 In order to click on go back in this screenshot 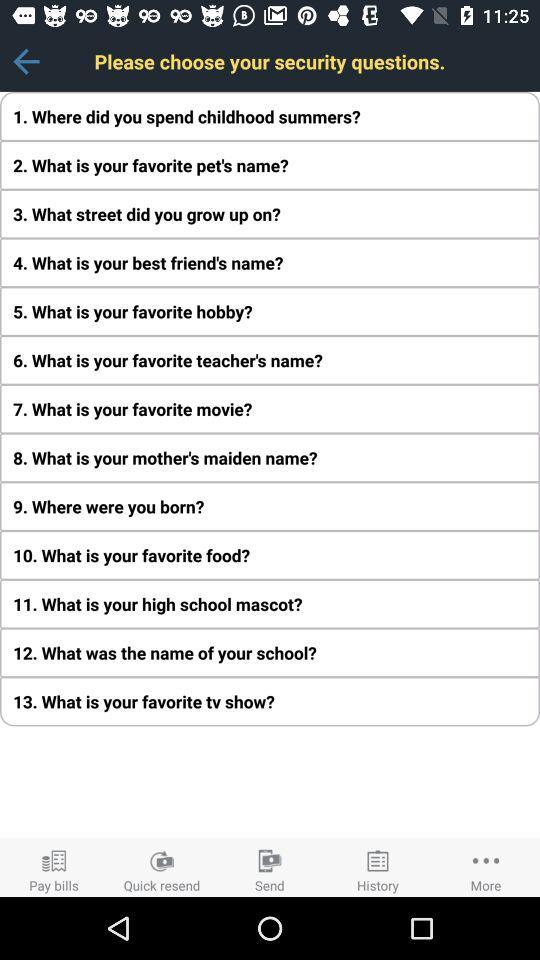, I will do `click(25, 61)`.